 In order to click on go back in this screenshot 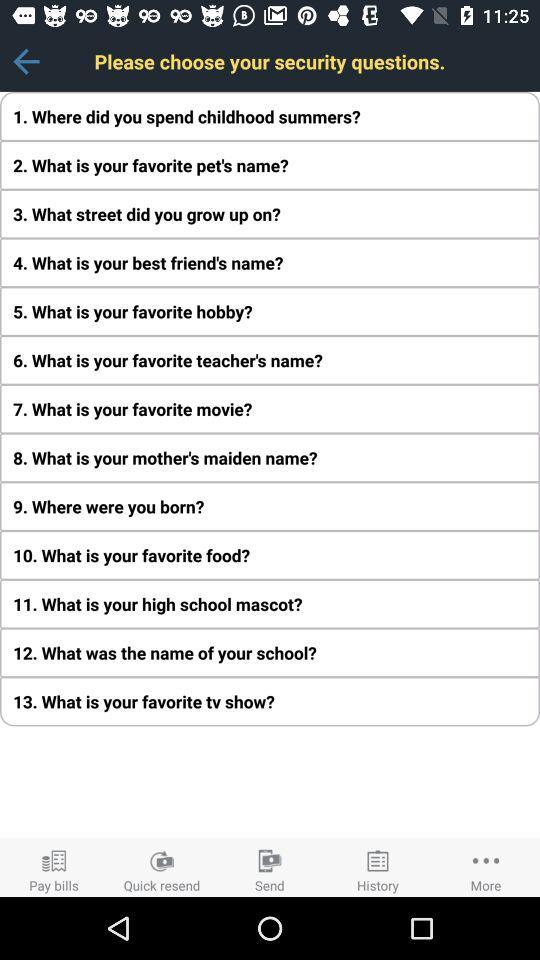, I will do `click(25, 61)`.